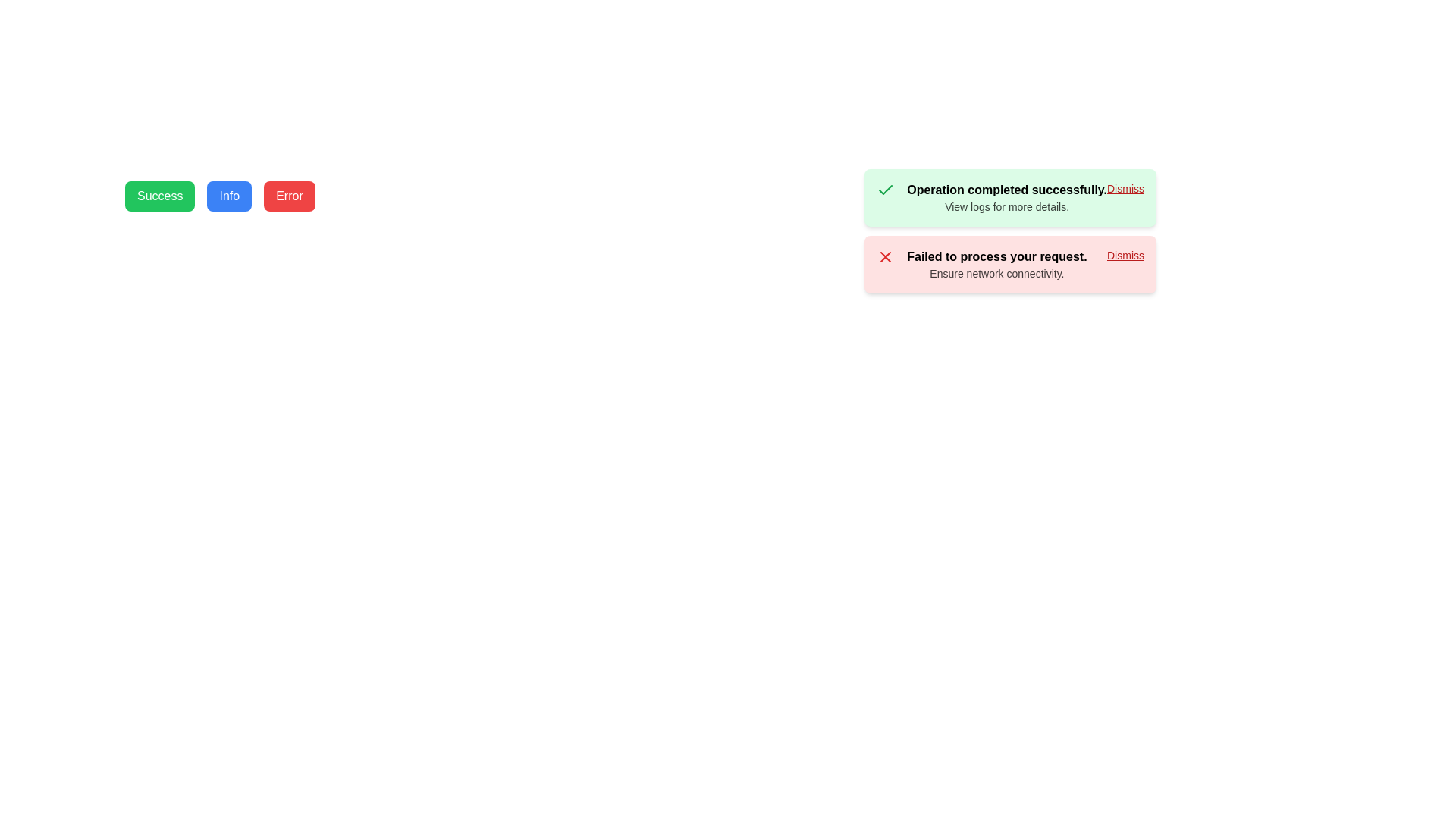 This screenshot has width=1456, height=819. I want to click on the hyperlink in the top-right corner of the green informational alert box, so click(1125, 188).